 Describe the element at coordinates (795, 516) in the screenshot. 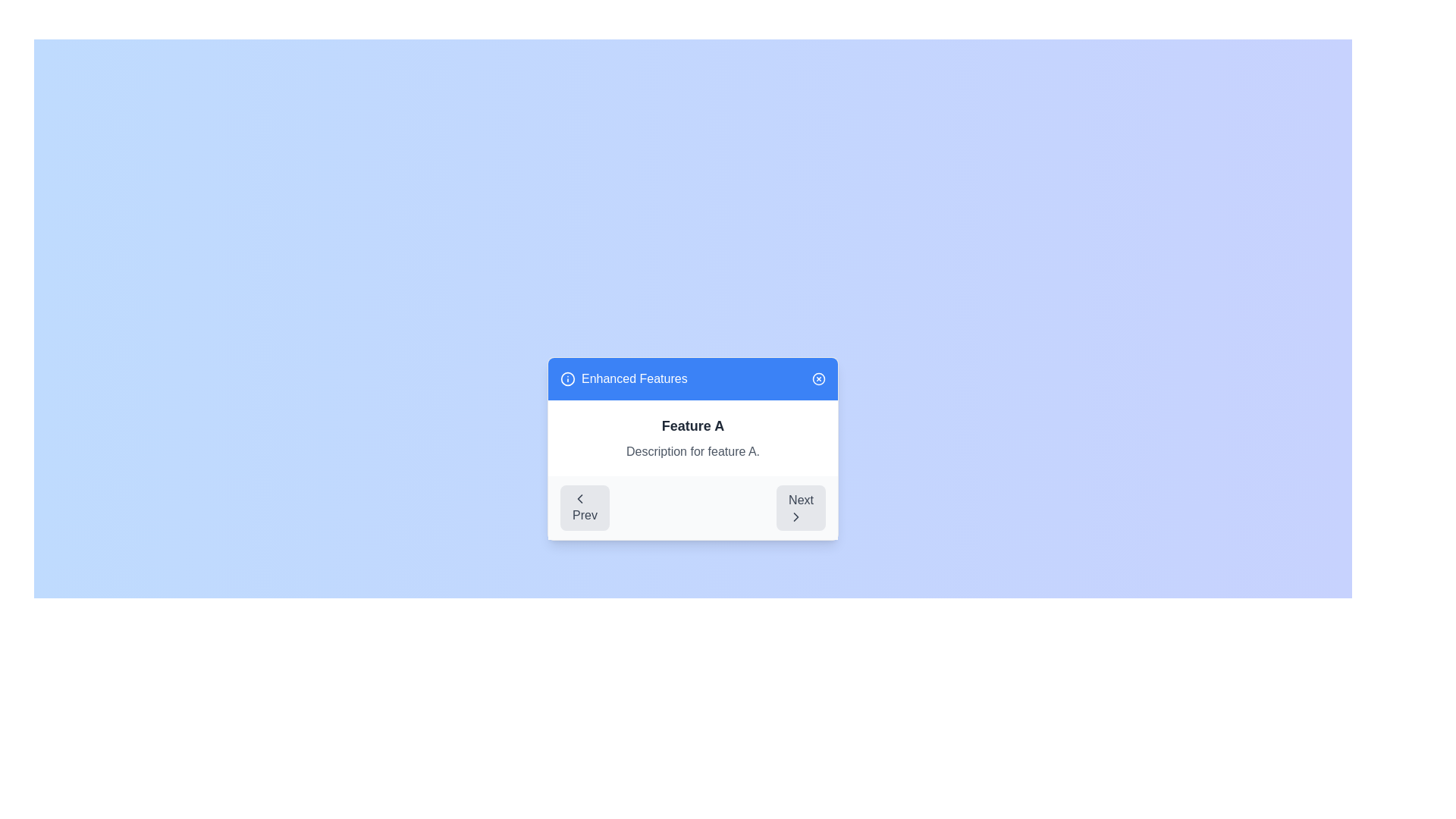

I see `the decorative 'chevron-right' arrow icon located at the far right of the 'Next' button in the bottom-right corner of the card displaying 'Feature A'` at that location.